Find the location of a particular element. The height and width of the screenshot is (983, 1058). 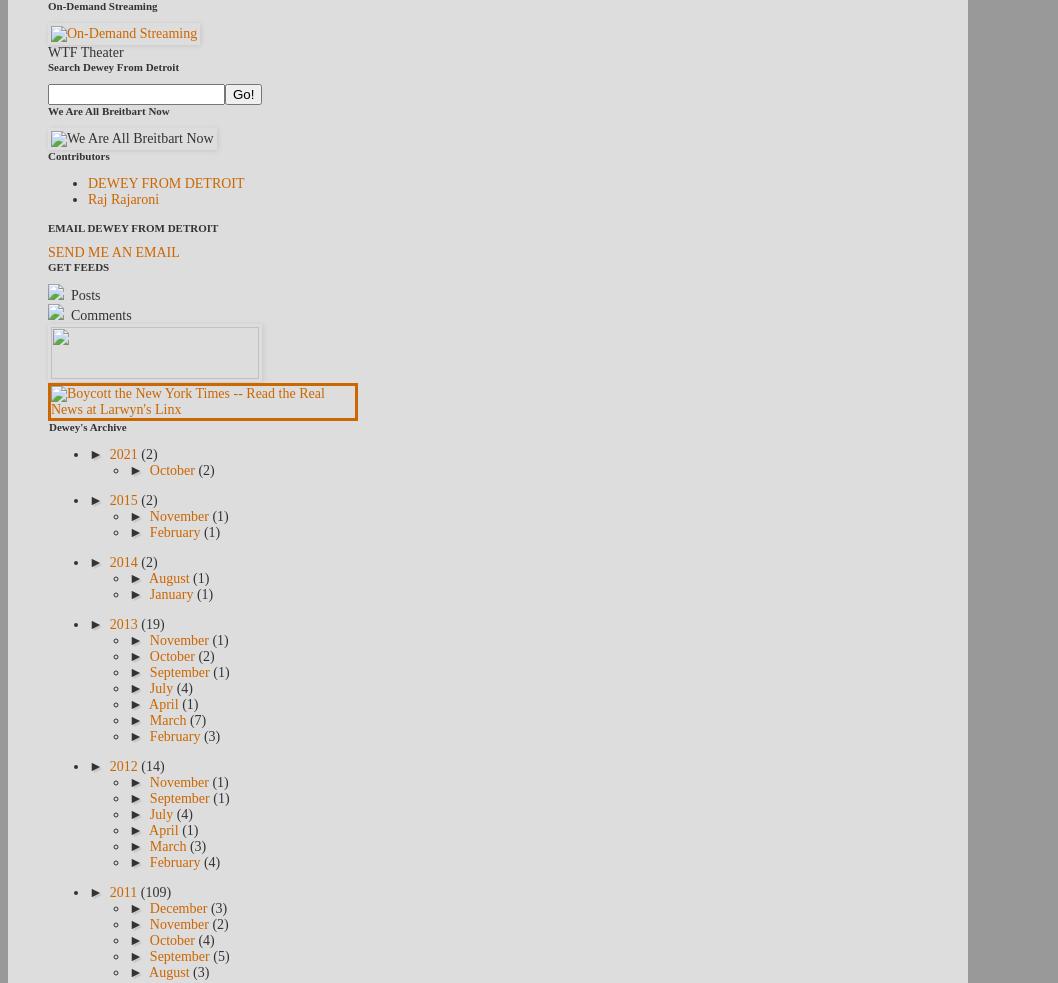

'December' is located at coordinates (179, 908).